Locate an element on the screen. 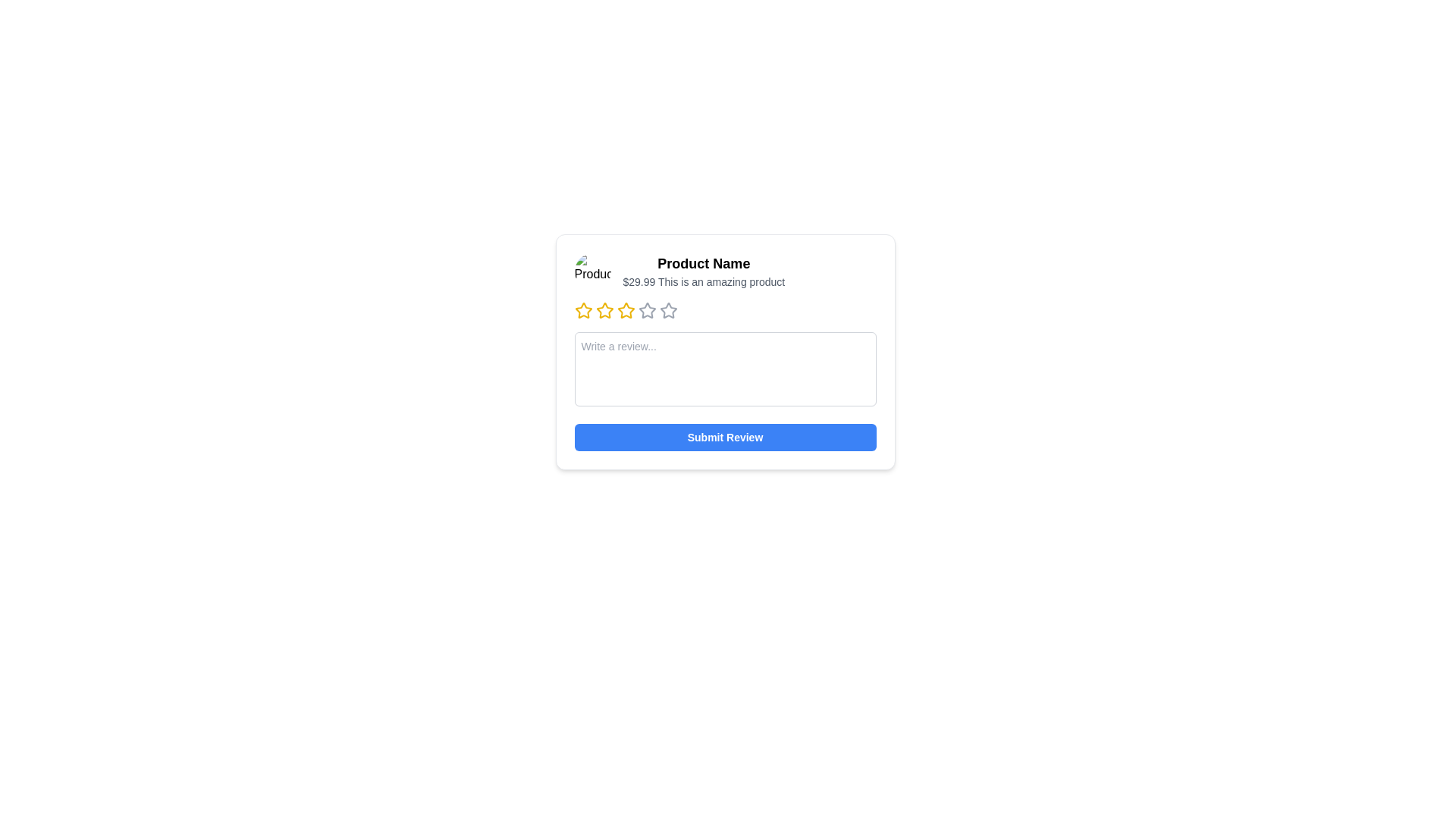 Image resolution: width=1456 pixels, height=819 pixels. the fourth star icon in the rating system is located at coordinates (647, 309).